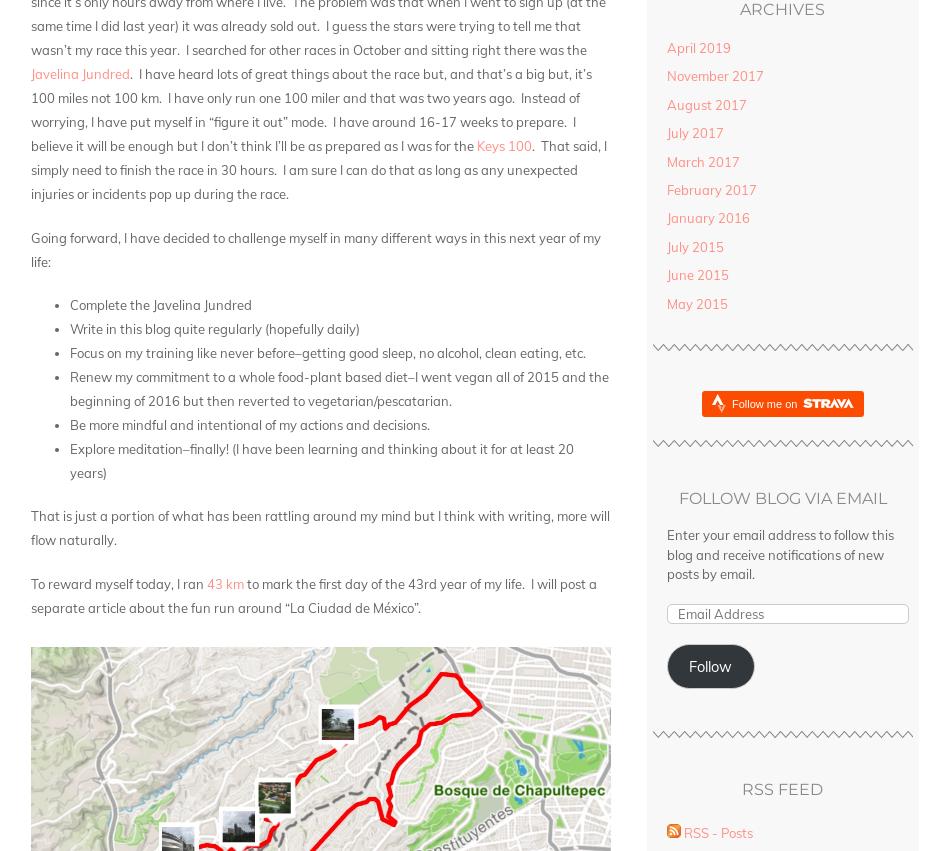 The image size is (950, 851). I want to click on 'Be more mindful and intentional of my actions and decisions.', so click(70, 422).